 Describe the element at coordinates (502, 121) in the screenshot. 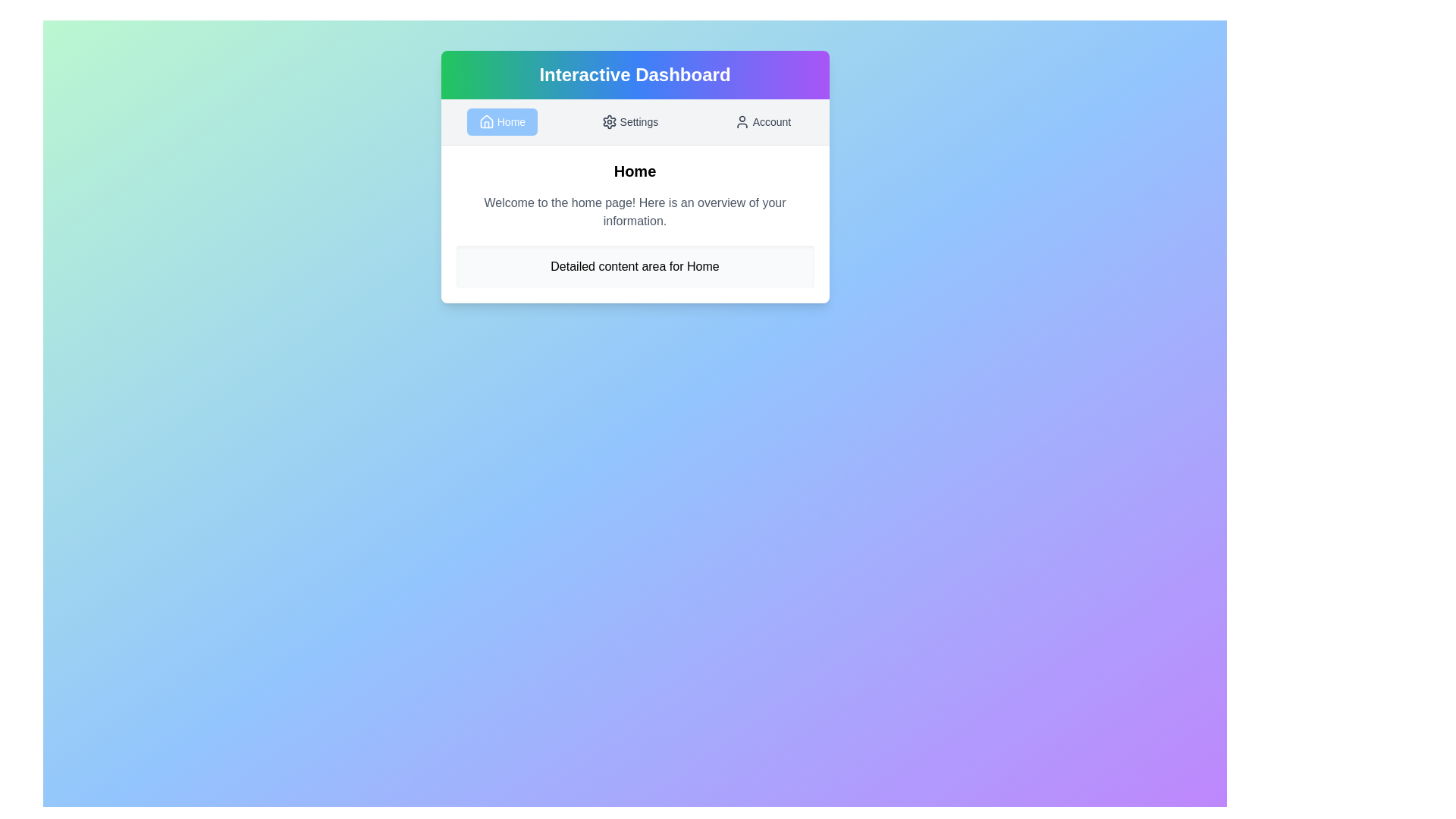

I see `the Home tab by clicking on its button` at that location.